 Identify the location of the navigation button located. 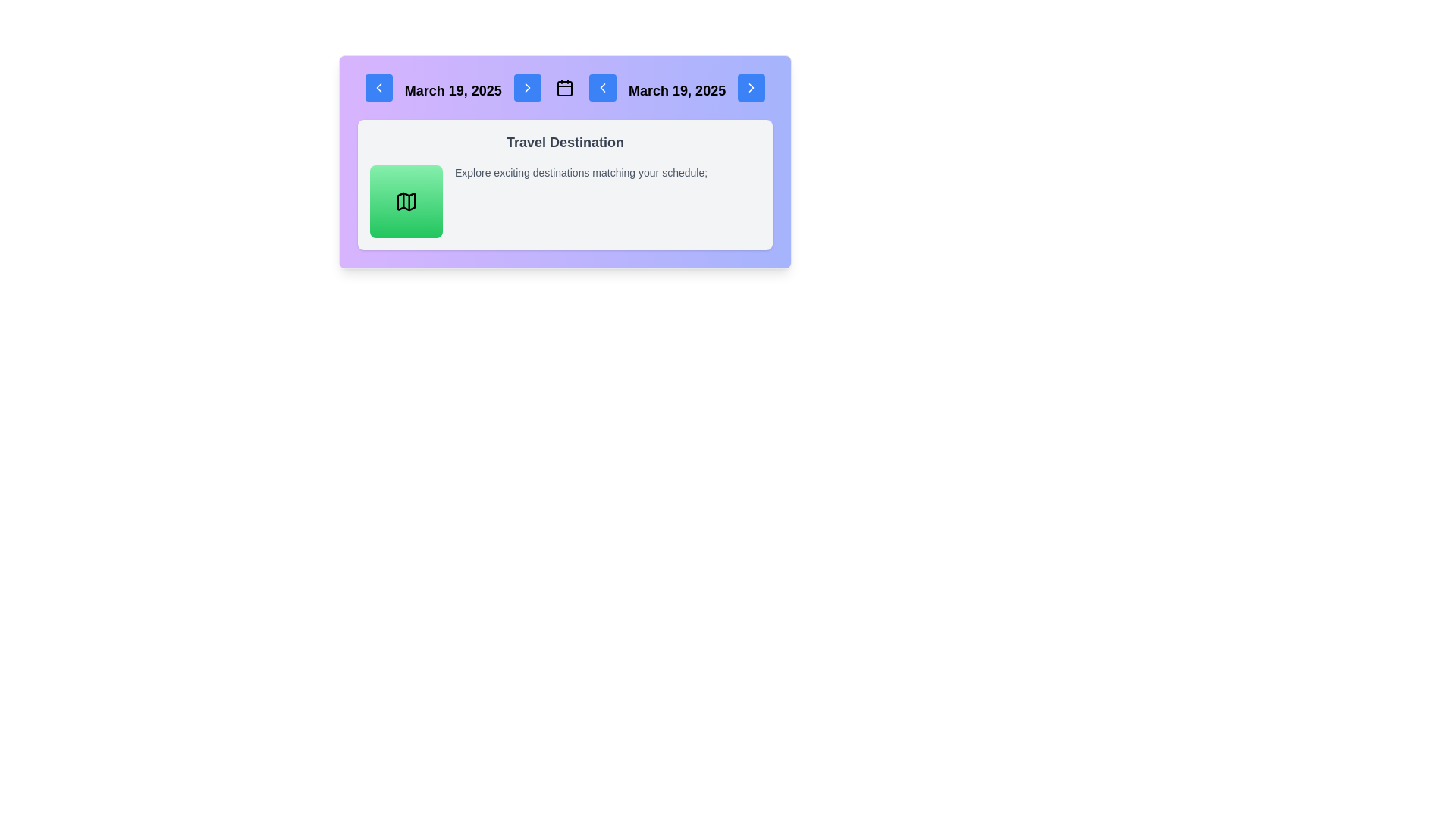
(752, 87).